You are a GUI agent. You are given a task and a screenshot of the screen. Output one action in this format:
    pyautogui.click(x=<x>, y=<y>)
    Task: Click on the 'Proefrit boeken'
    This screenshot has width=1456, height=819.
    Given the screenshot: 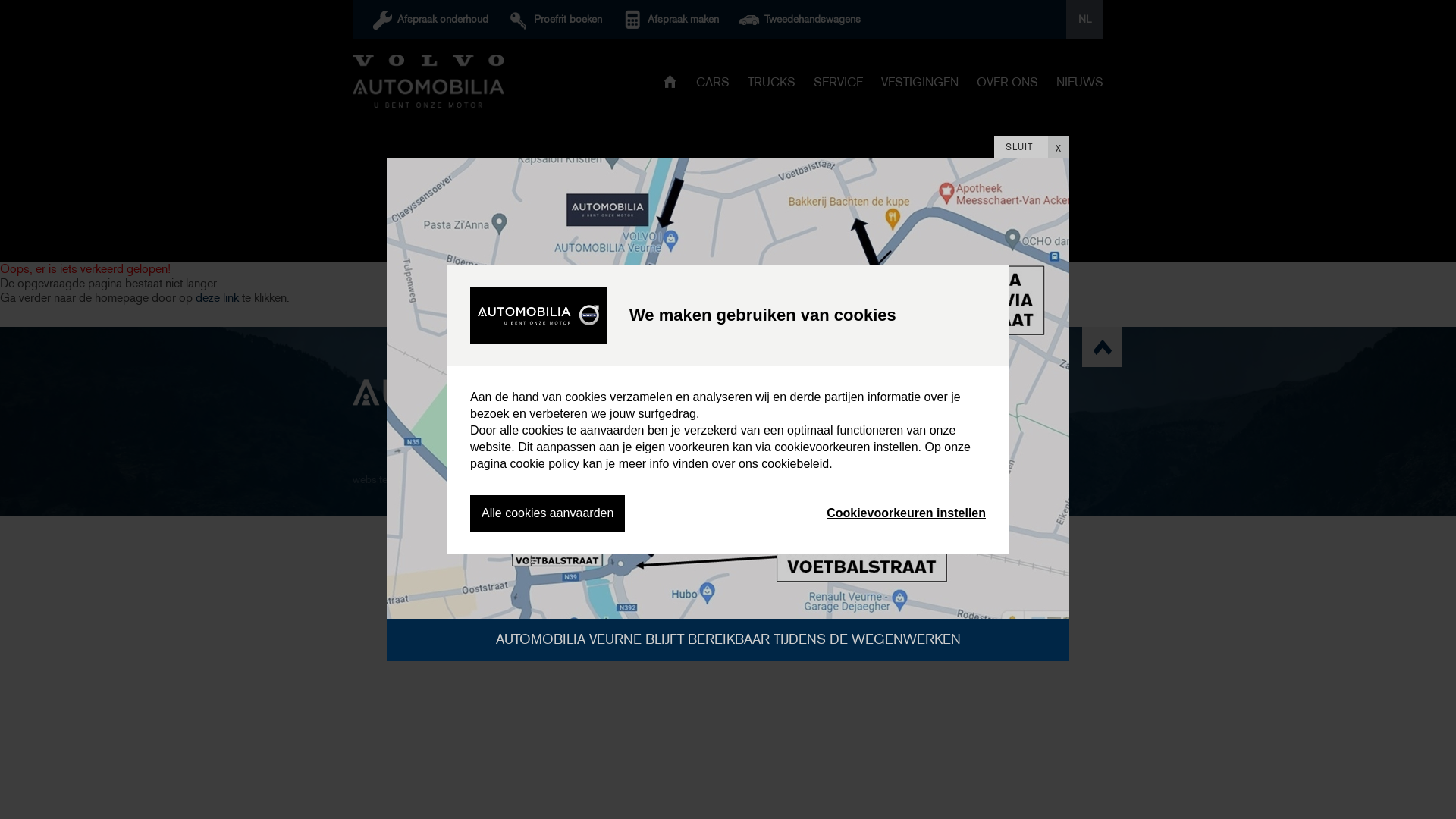 What is the action you would take?
    pyautogui.click(x=562, y=20)
    